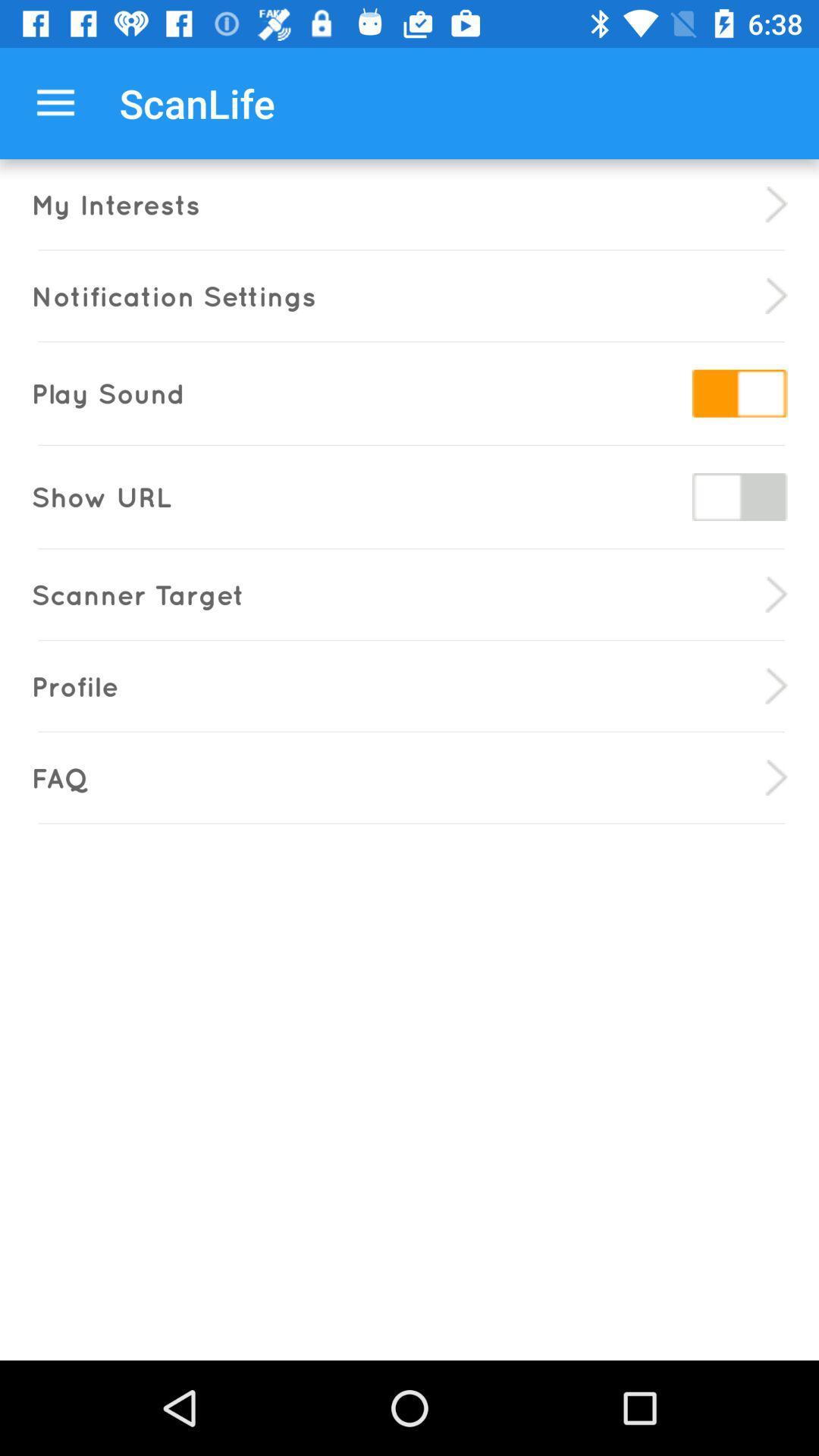  Describe the element at coordinates (55, 102) in the screenshot. I see `app next to scanlife app` at that location.